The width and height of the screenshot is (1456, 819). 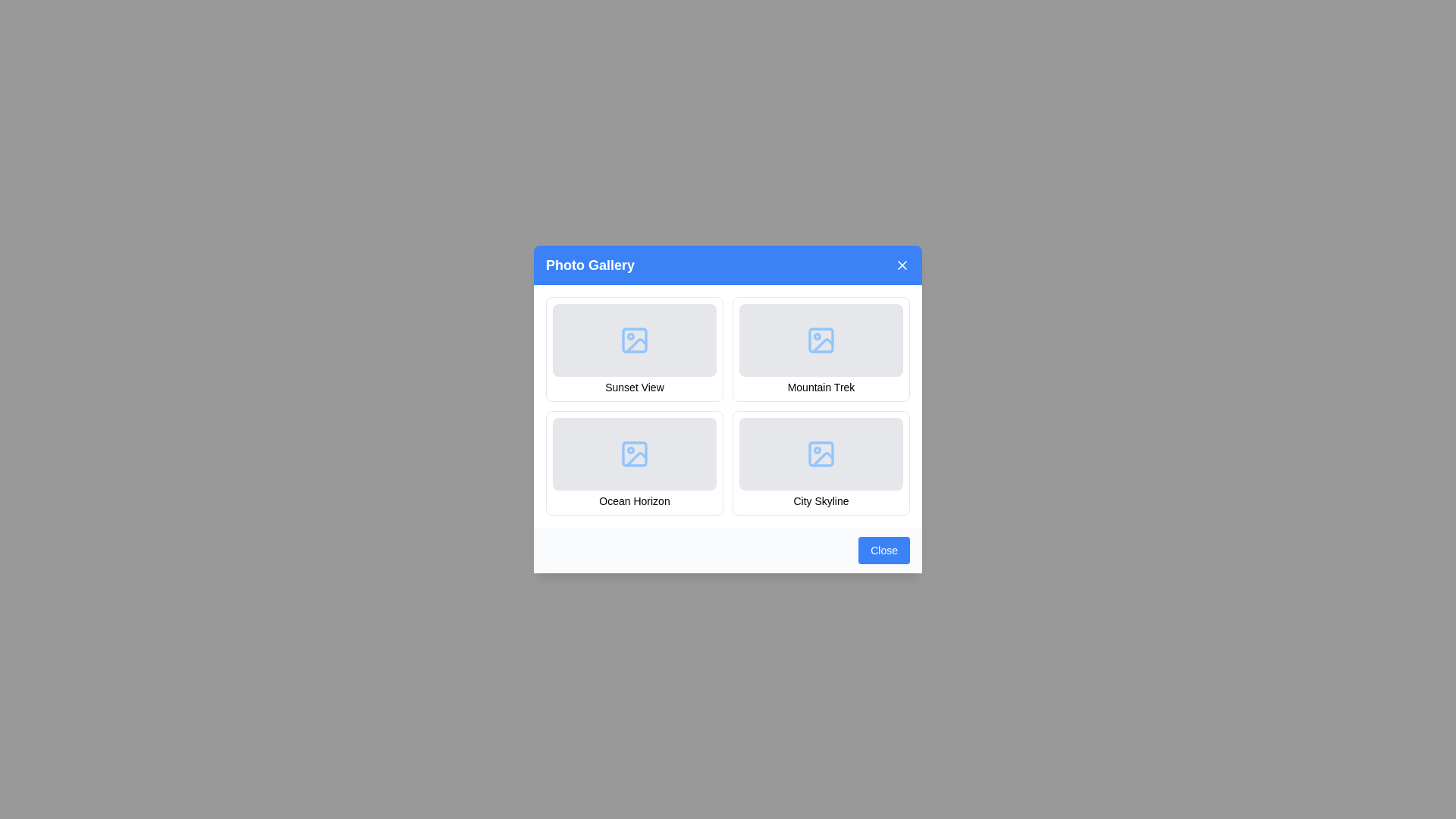 I want to click on the image placeholder for 'Sunset View', so click(x=634, y=339).